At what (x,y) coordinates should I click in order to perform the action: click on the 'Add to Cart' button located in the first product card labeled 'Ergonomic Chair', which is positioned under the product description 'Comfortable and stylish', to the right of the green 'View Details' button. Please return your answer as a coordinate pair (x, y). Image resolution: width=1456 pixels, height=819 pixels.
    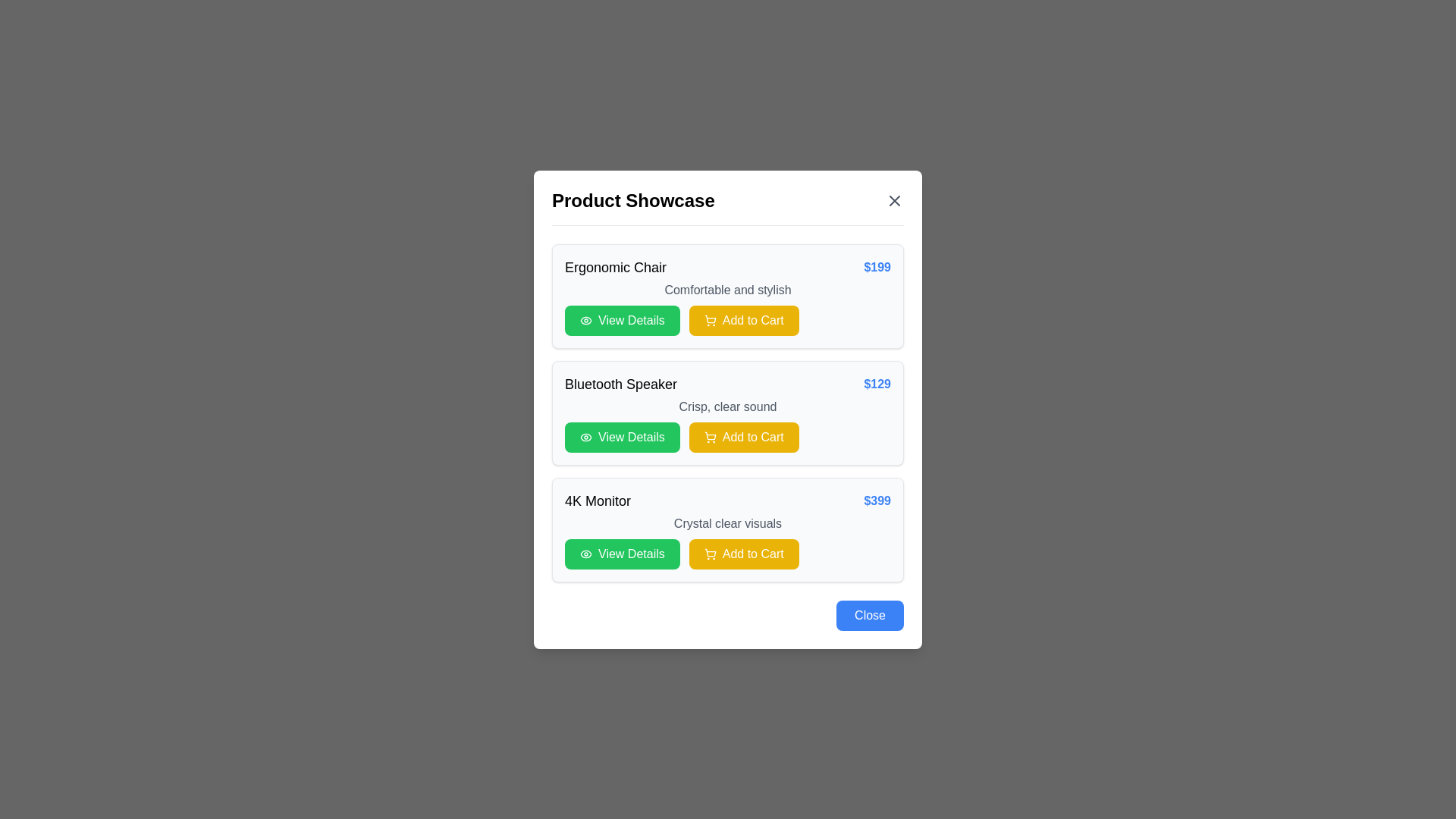
    Looking at the image, I should click on (728, 319).